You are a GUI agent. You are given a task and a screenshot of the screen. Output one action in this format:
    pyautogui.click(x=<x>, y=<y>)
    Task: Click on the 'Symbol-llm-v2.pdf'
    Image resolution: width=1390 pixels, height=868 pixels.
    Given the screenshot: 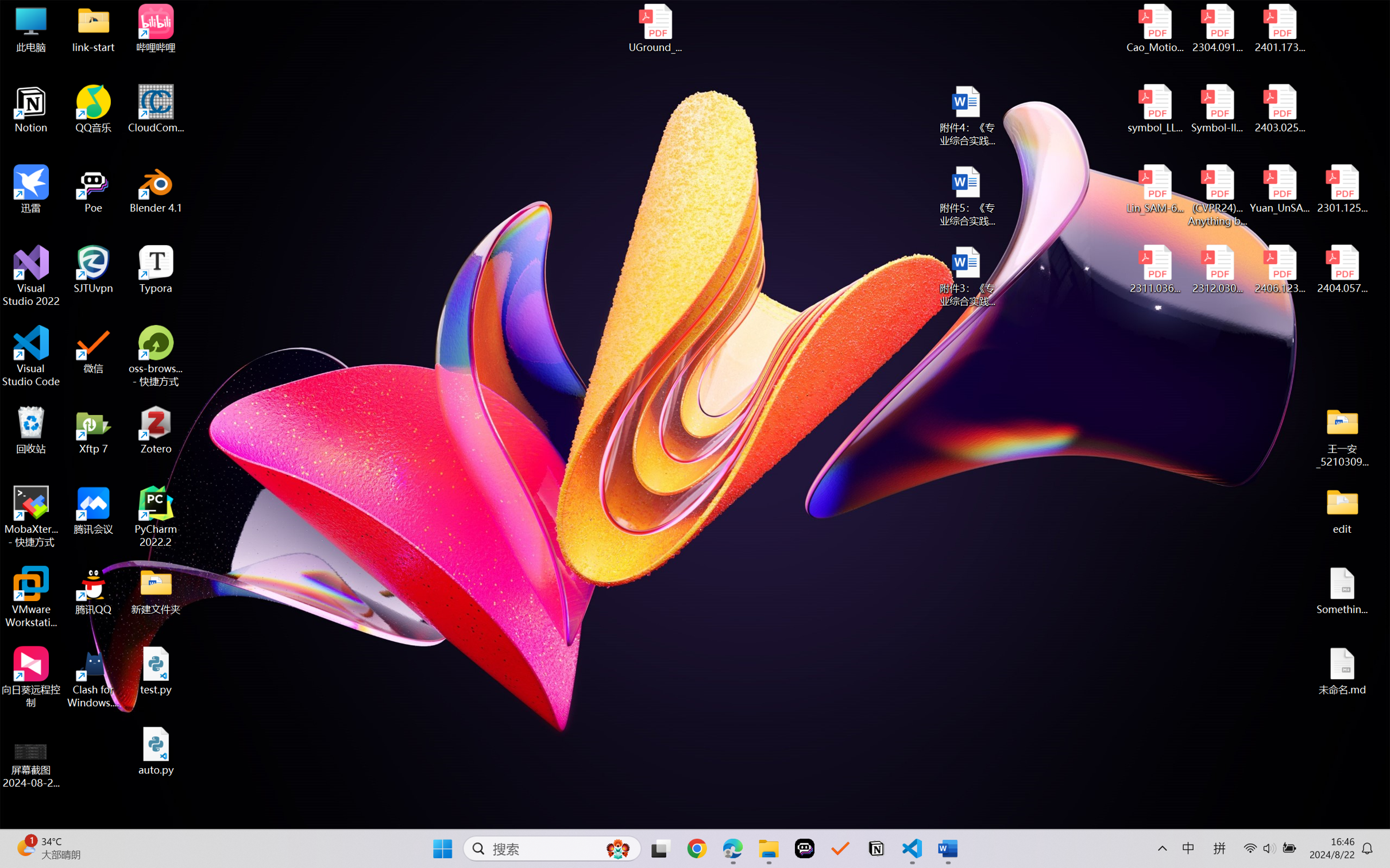 What is the action you would take?
    pyautogui.click(x=1217, y=109)
    